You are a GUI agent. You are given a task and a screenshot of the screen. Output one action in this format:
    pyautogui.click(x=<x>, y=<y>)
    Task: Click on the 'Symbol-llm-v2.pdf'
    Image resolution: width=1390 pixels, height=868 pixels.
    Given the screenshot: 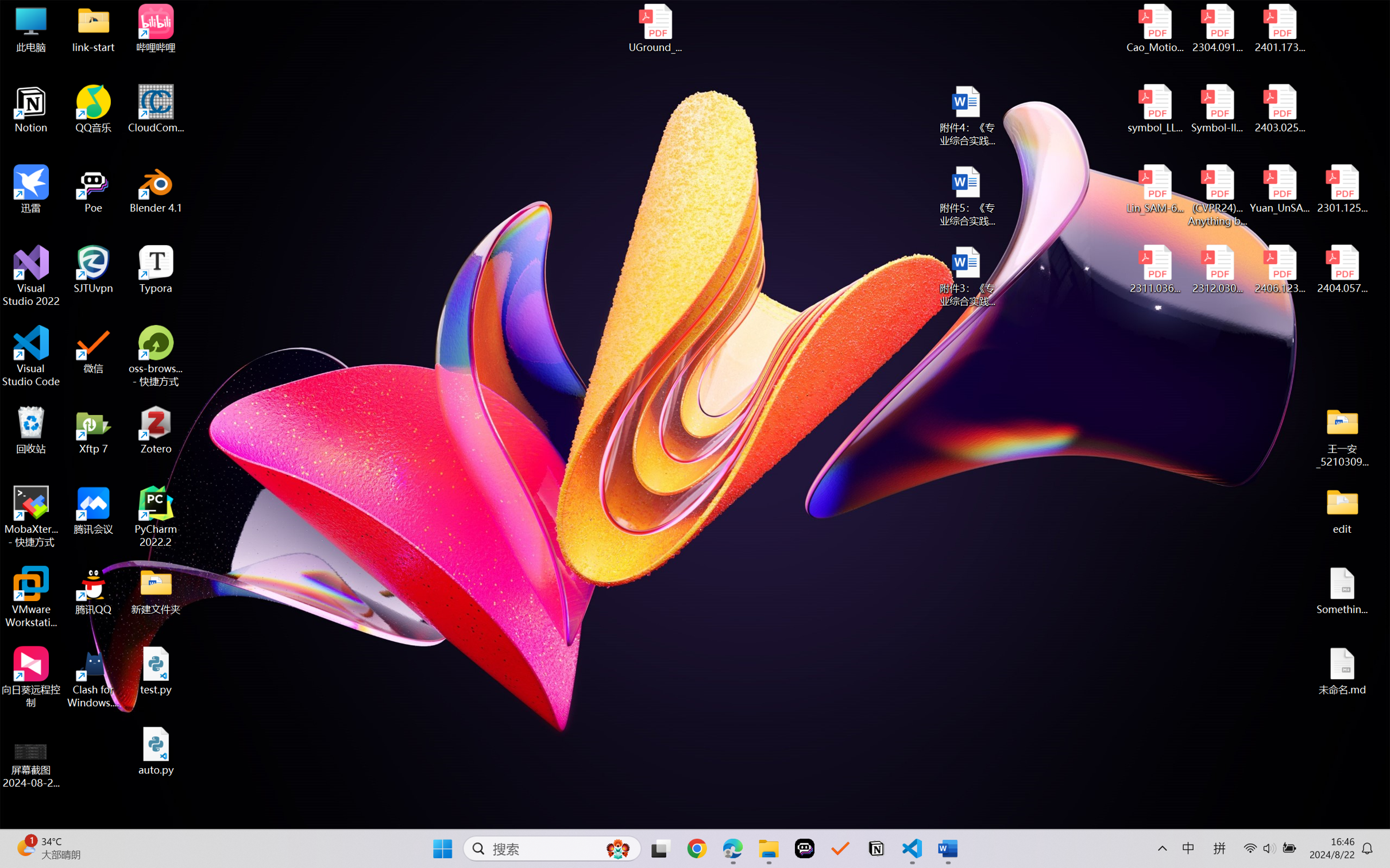 What is the action you would take?
    pyautogui.click(x=1217, y=109)
    